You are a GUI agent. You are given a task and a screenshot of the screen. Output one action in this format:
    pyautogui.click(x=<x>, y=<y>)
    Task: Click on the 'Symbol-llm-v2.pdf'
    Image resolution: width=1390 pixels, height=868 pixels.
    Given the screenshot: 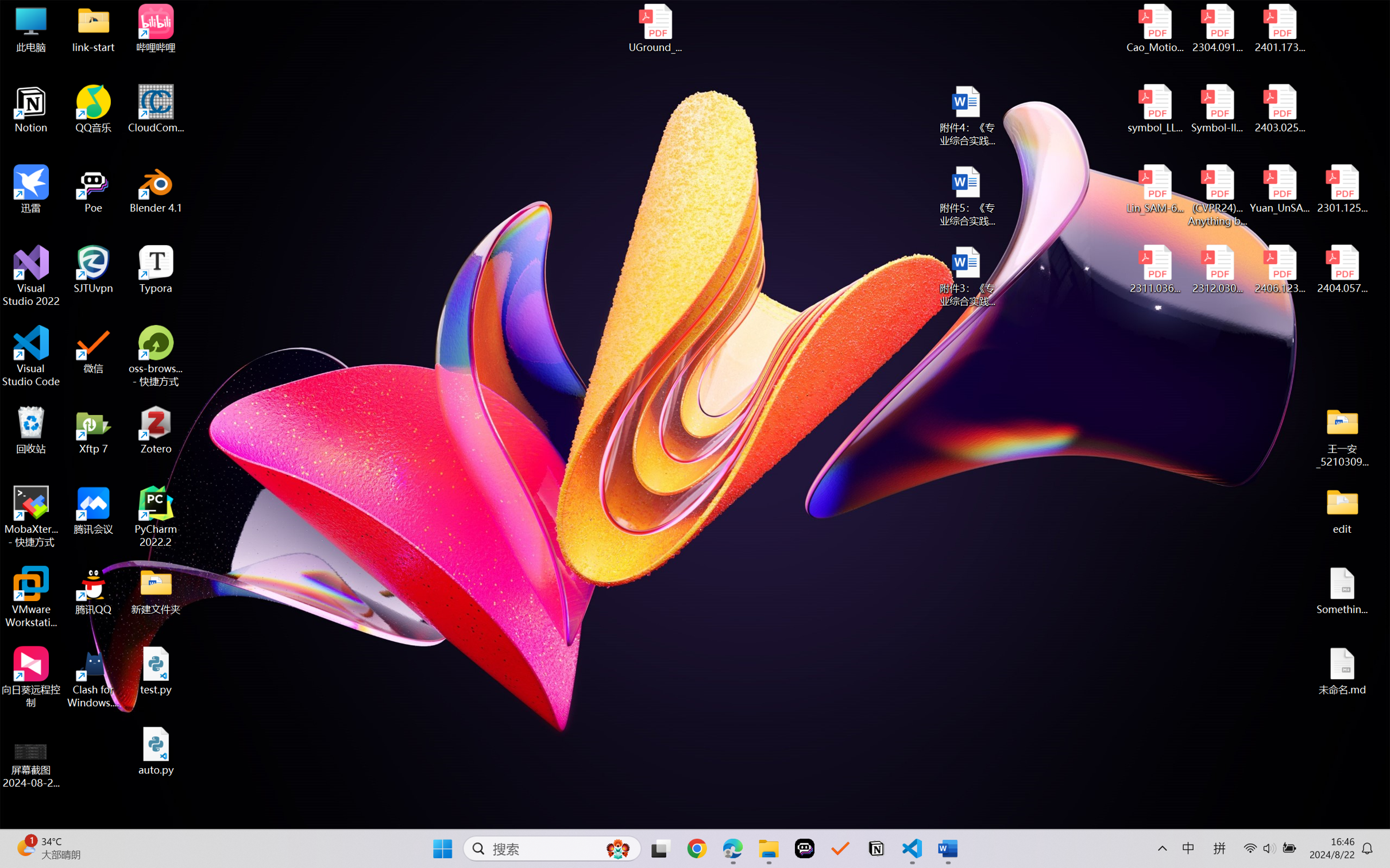 What is the action you would take?
    pyautogui.click(x=1217, y=109)
    